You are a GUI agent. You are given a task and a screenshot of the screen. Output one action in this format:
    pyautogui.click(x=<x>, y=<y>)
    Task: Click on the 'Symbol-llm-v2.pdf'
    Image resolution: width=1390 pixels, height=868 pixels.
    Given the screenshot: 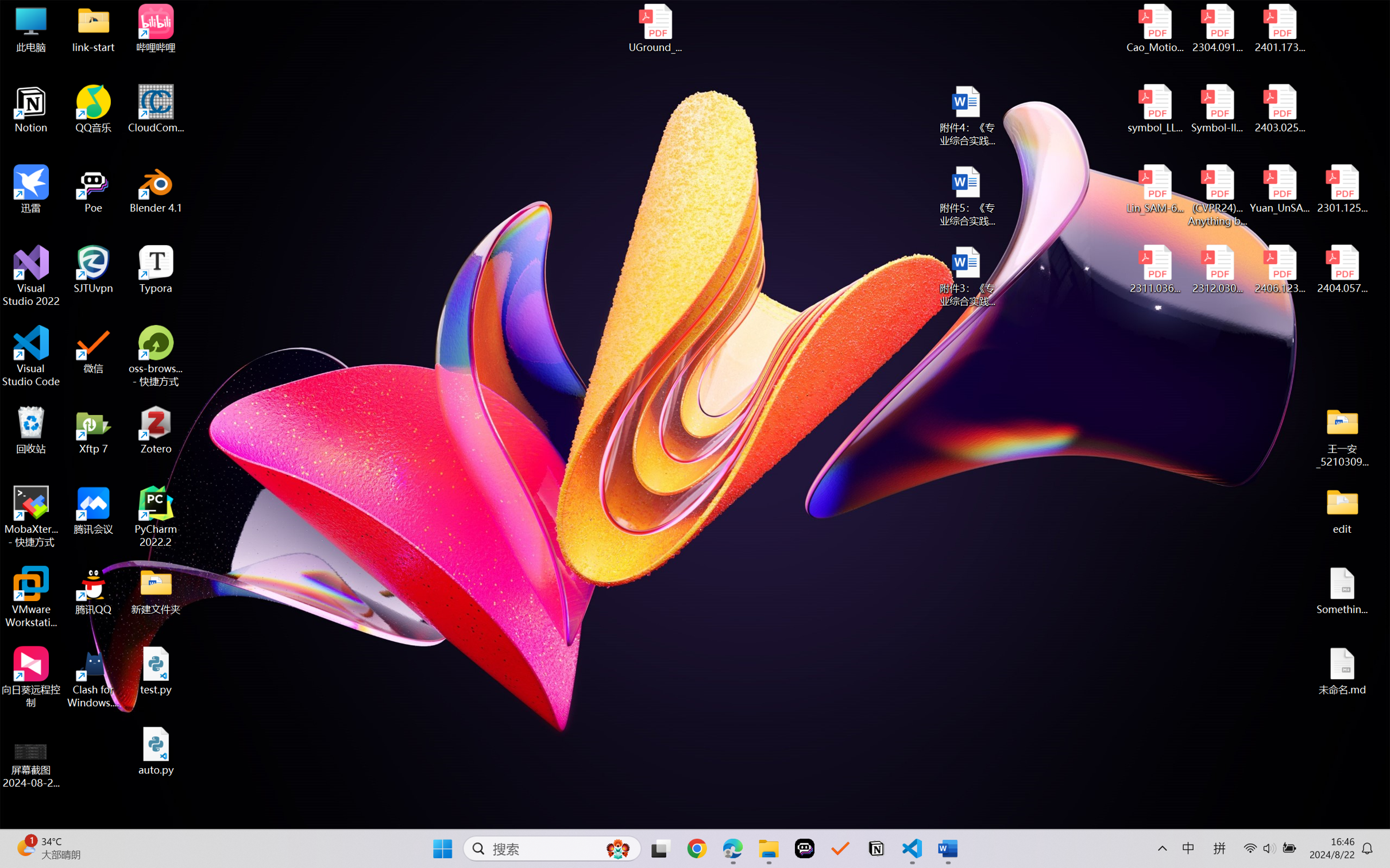 What is the action you would take?
    pyautogui.click(x=1217, y=109)
    